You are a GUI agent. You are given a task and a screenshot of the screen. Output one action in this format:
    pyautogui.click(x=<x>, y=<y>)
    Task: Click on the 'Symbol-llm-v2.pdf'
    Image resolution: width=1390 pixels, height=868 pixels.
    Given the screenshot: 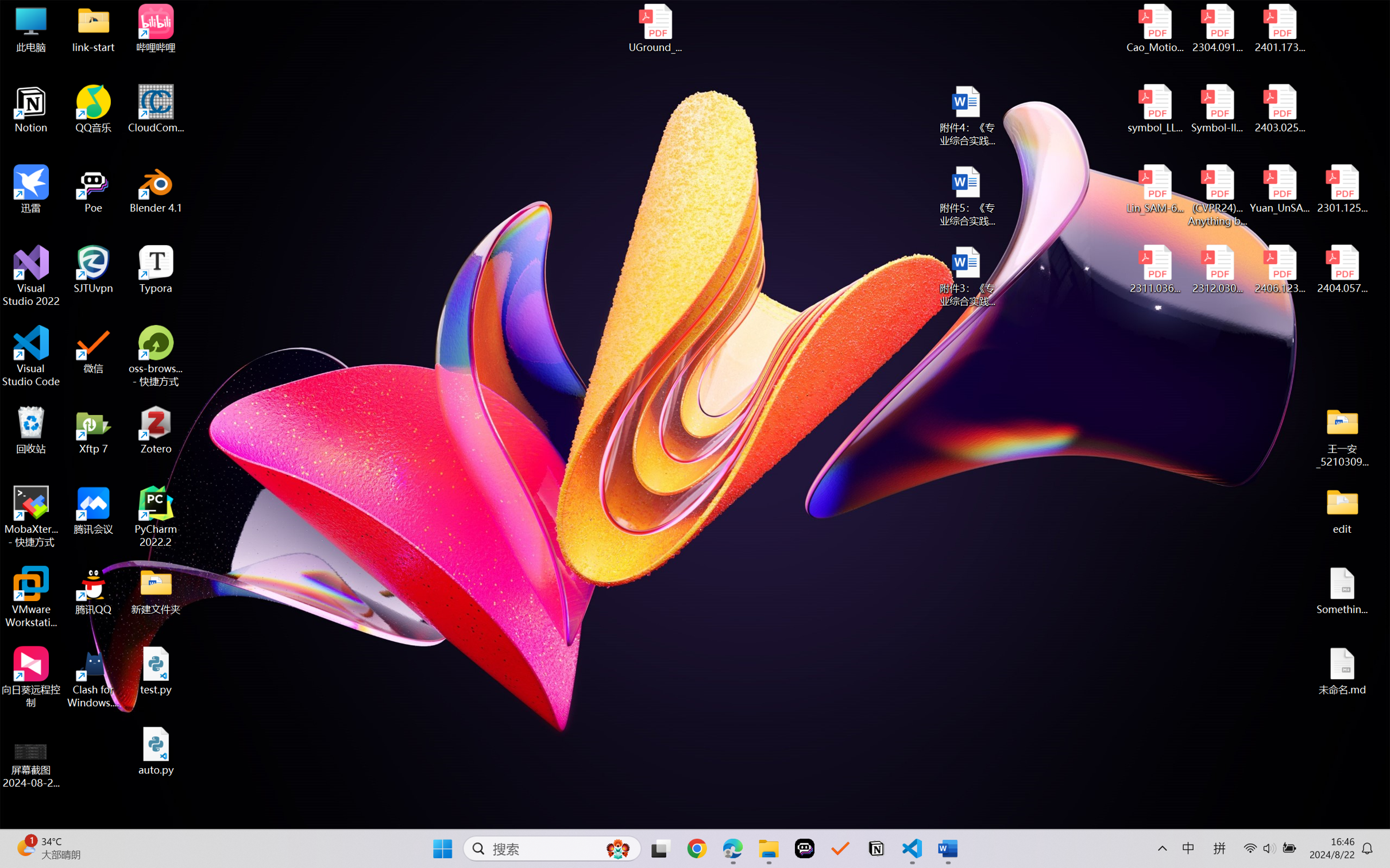 What is the action you would take?
    pyautogui.click(x=1217, y=109)
    